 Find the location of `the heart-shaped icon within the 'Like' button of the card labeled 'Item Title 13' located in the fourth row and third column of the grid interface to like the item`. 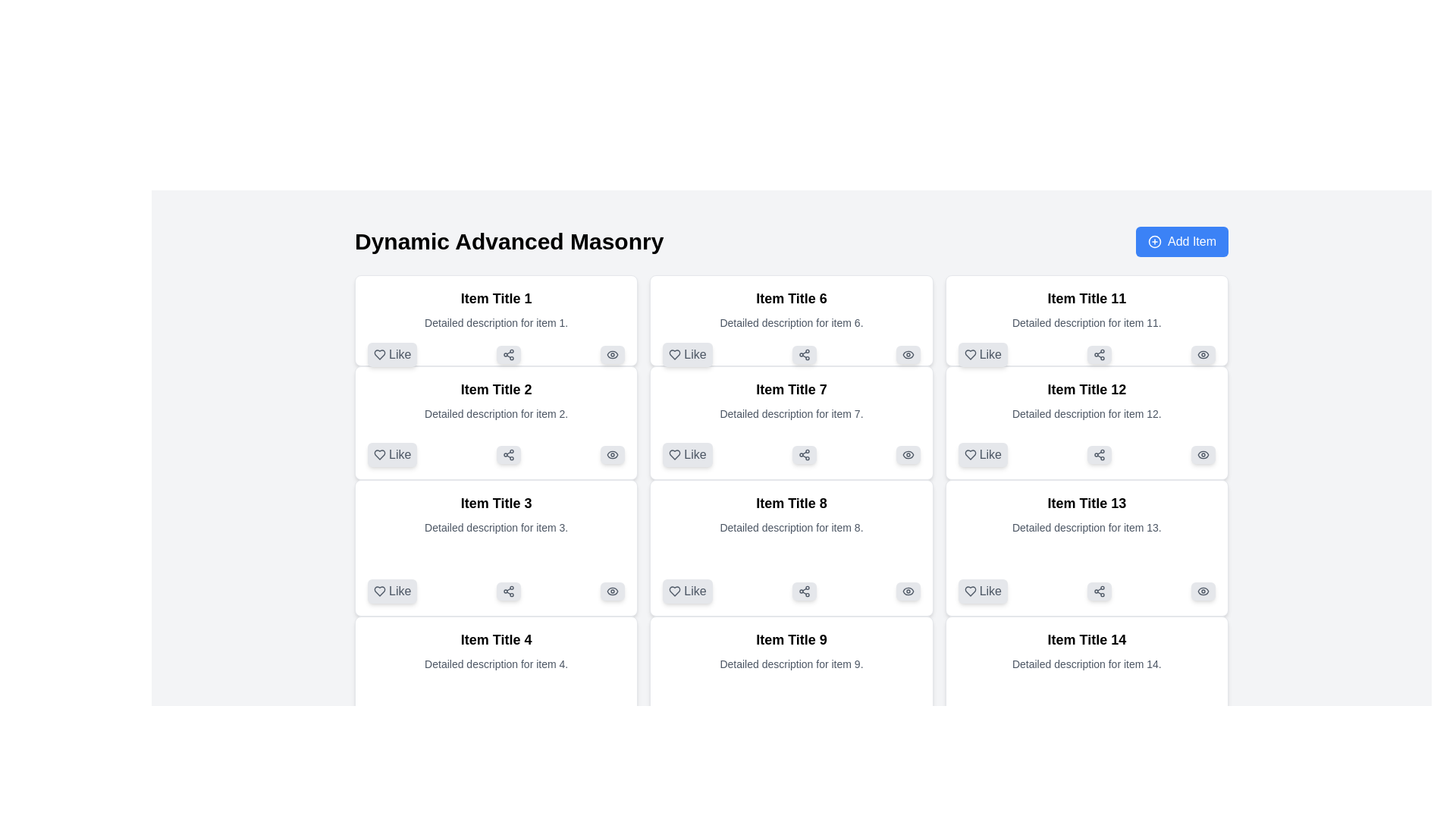

the heart-shaped icon within the 'Like' button of the card labeled 'Item Title 13' located in the fourth row and third column of the grid interface to like the item is located at coordinates (969, 590).